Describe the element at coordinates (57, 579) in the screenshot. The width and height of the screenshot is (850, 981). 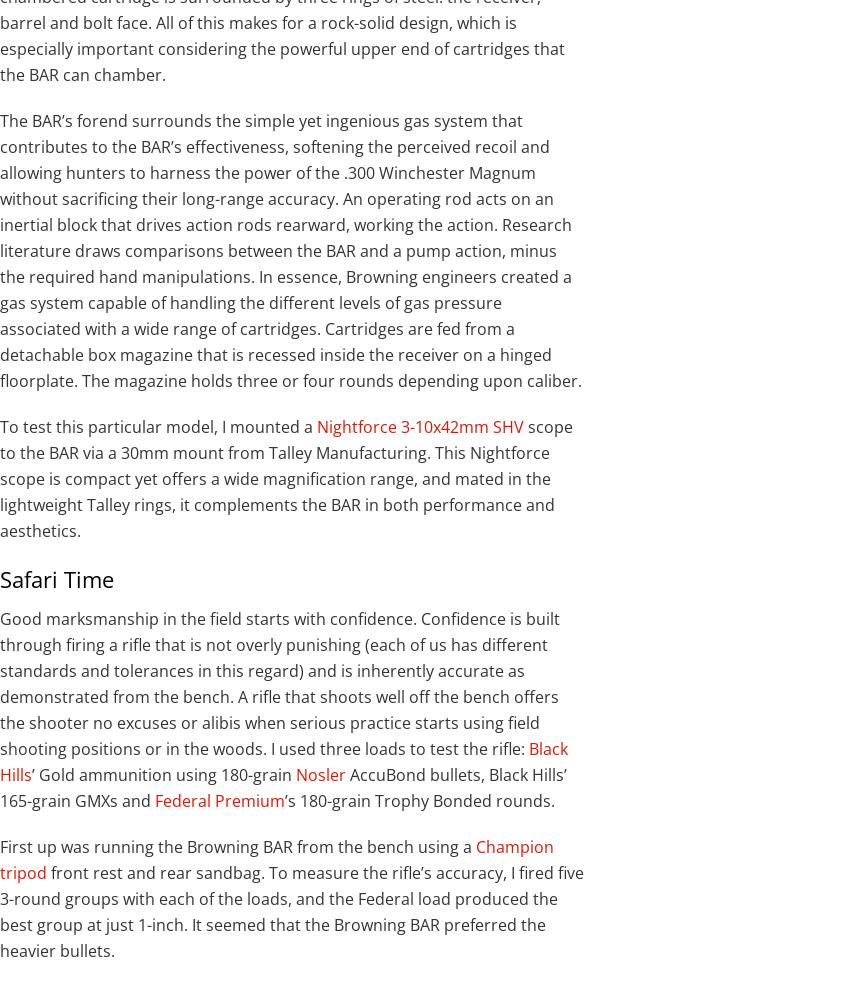
I see `'Safari Time'` at that location.